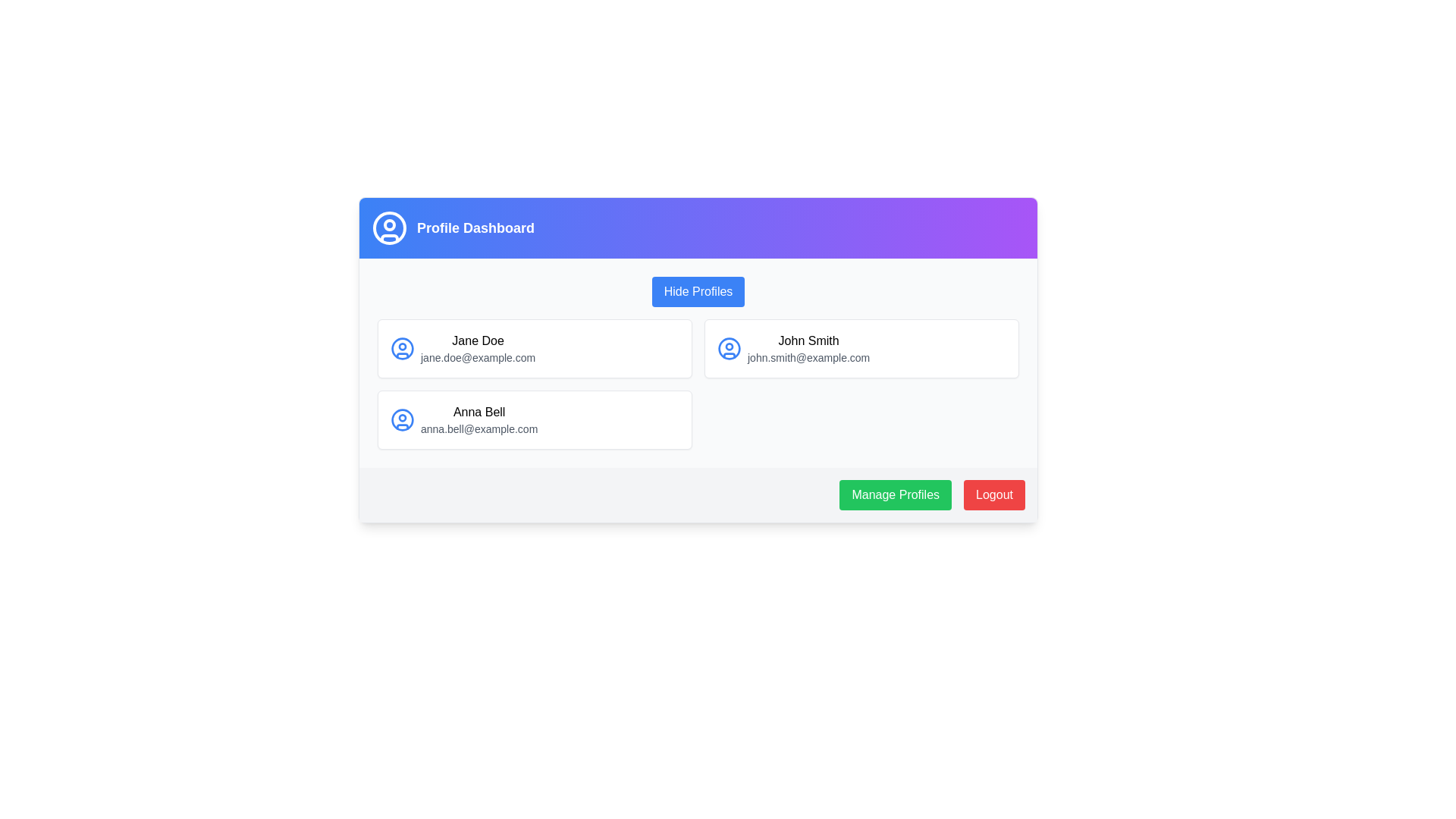 Image resolution: width=1456 pixels, height=819 pixels. Describe the element at coordinates (403, 420) in the screenshot. I see `the circular user icon with a blue outline, located to the left of the text 'Anna Bell' and 'anna.bell@example.com'` at that location.